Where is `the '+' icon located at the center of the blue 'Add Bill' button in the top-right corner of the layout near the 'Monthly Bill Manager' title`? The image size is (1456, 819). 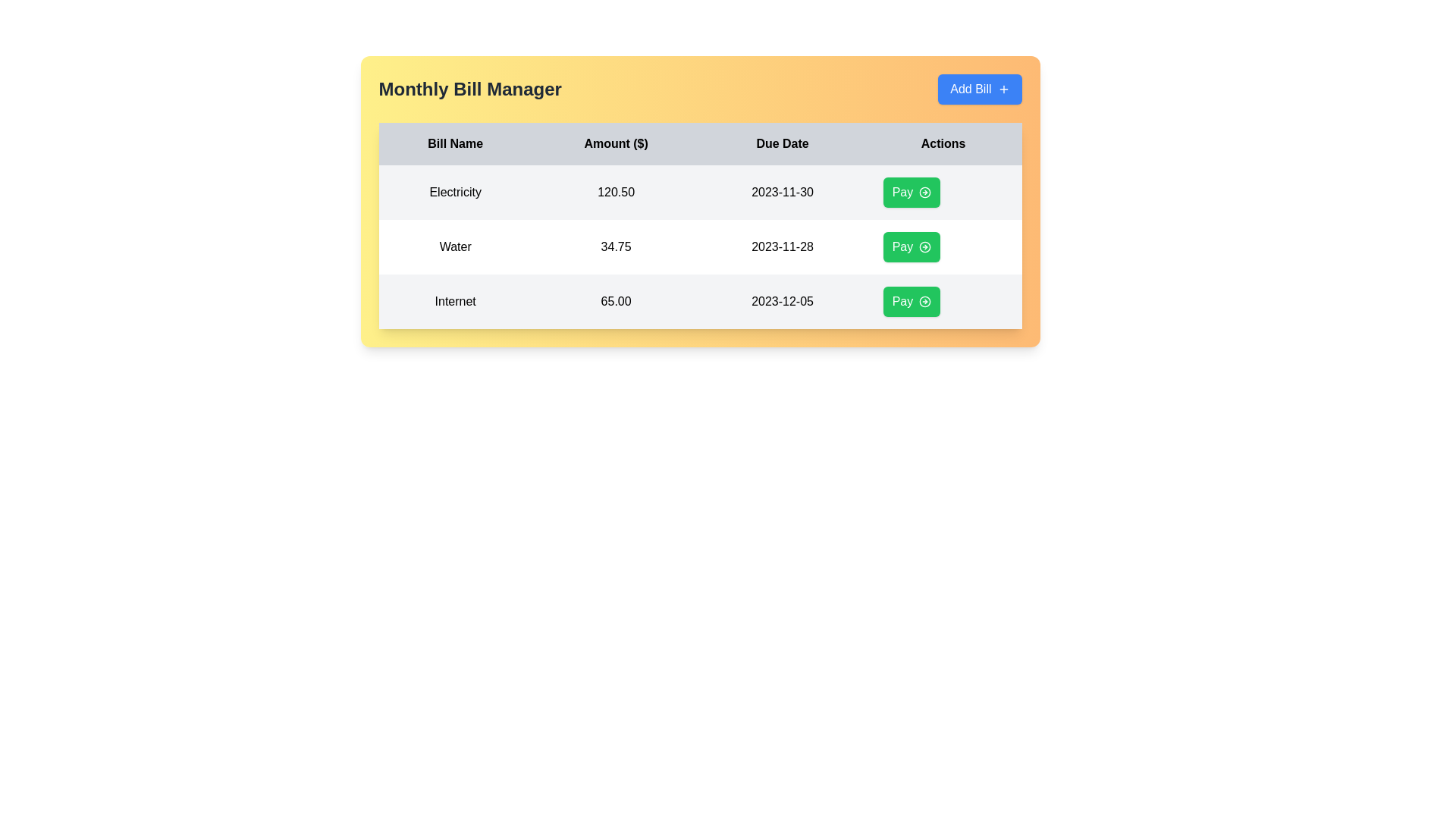
the '+' icon located at the center of the blue 'Add Bill' button in the top-right corner of the layout near the 'Monthly Bill Manager' title is located at coordinates (1003, 89).